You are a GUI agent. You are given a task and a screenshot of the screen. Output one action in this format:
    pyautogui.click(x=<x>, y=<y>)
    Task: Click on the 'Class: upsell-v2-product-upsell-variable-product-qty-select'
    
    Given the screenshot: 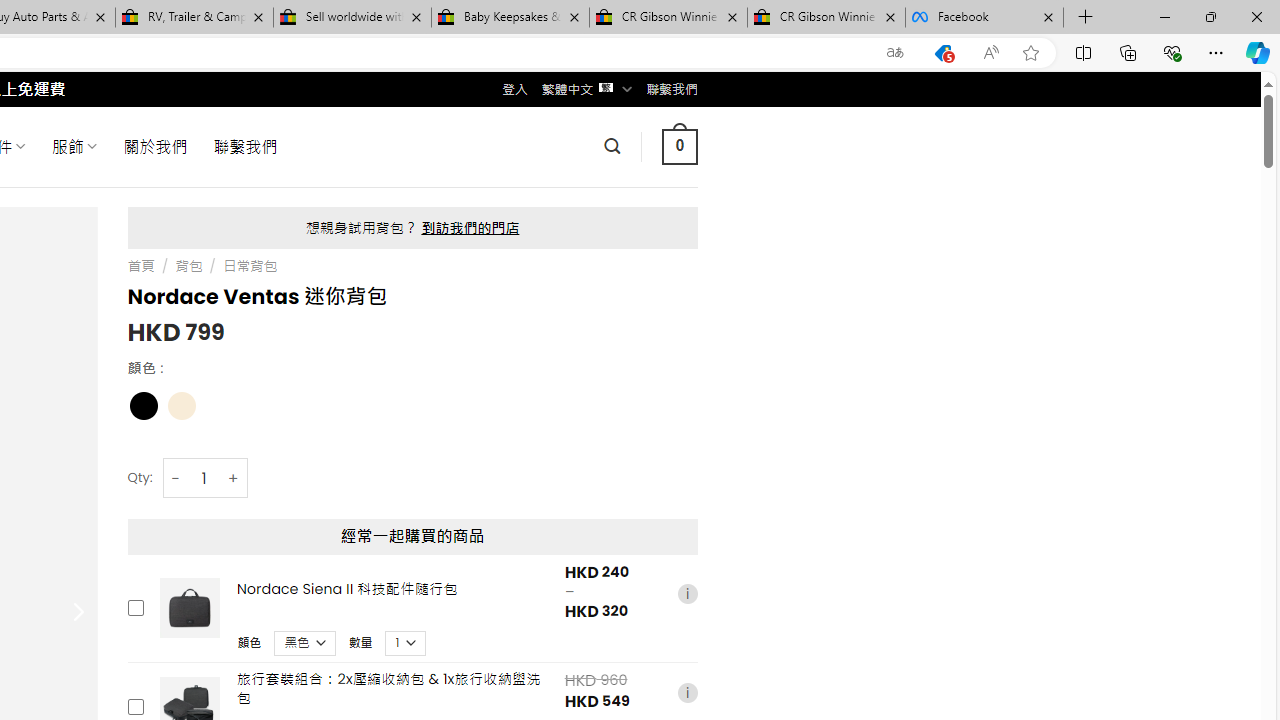 What is the action you would take?
    pyautogui.click(x=405, y=642)
    